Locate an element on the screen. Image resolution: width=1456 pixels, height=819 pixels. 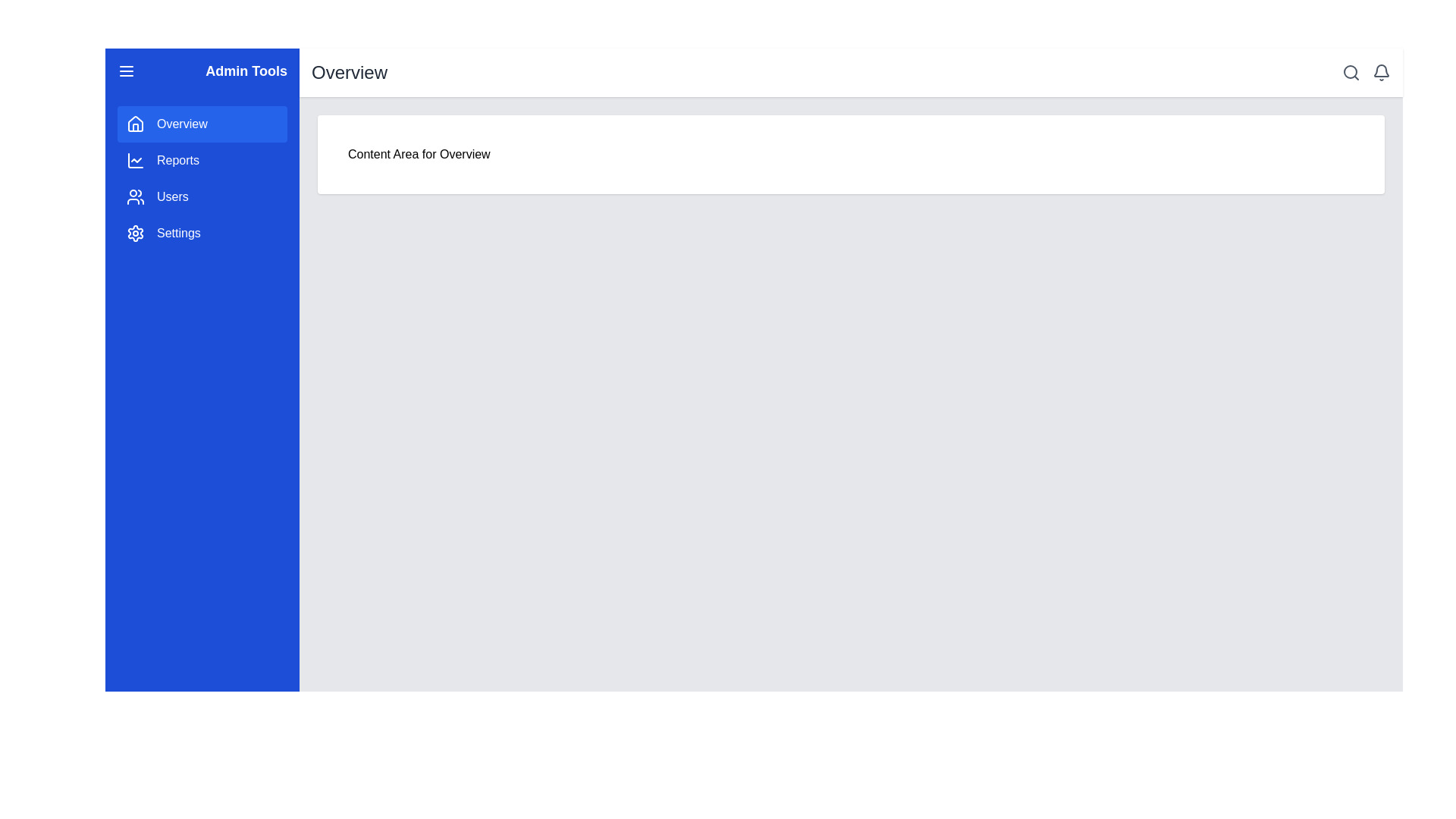
the first navigation button in the blue sidebar is located at coordinates (202, 124).